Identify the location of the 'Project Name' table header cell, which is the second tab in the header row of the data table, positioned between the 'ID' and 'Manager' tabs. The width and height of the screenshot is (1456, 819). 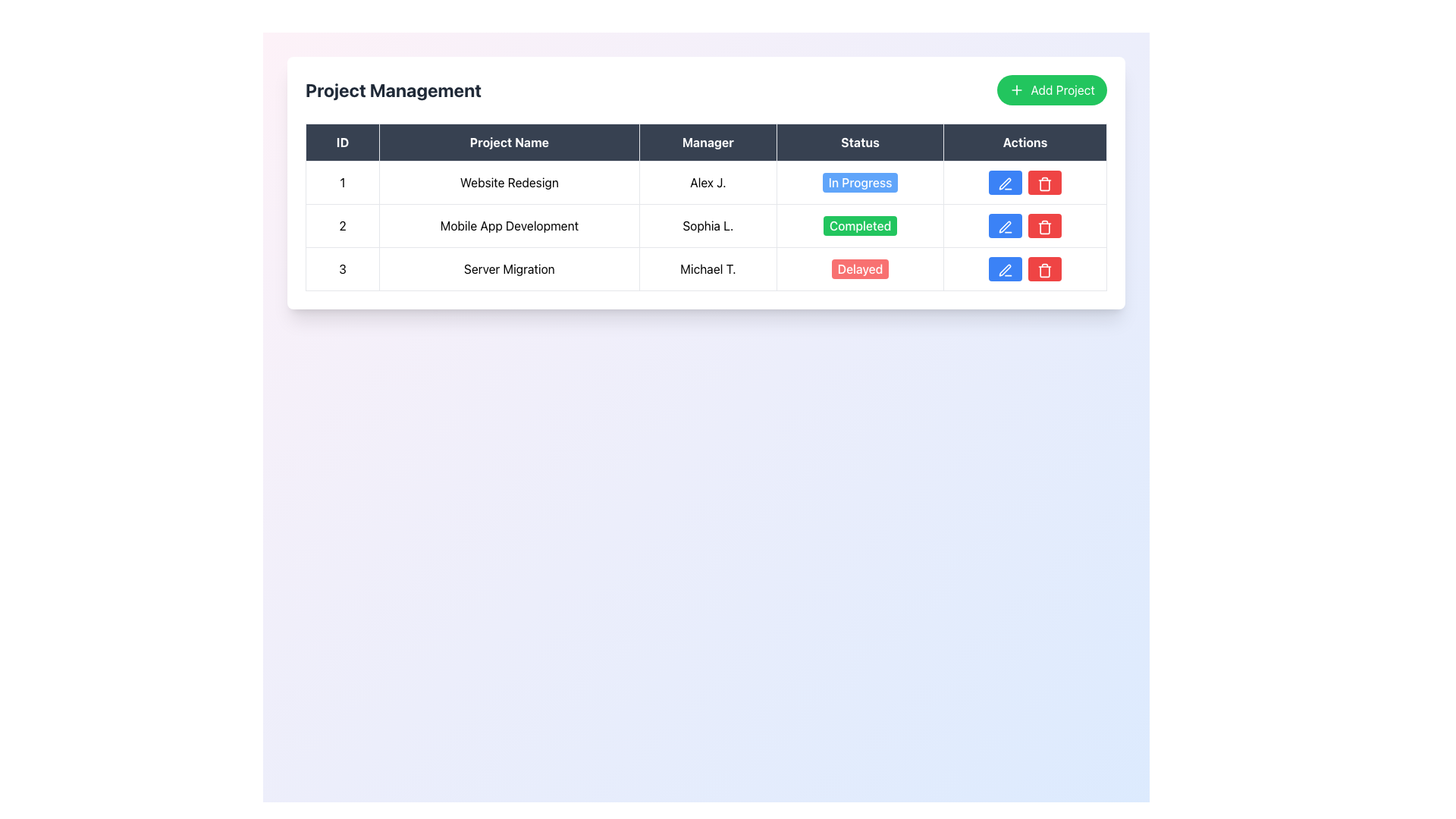
(509, 143).